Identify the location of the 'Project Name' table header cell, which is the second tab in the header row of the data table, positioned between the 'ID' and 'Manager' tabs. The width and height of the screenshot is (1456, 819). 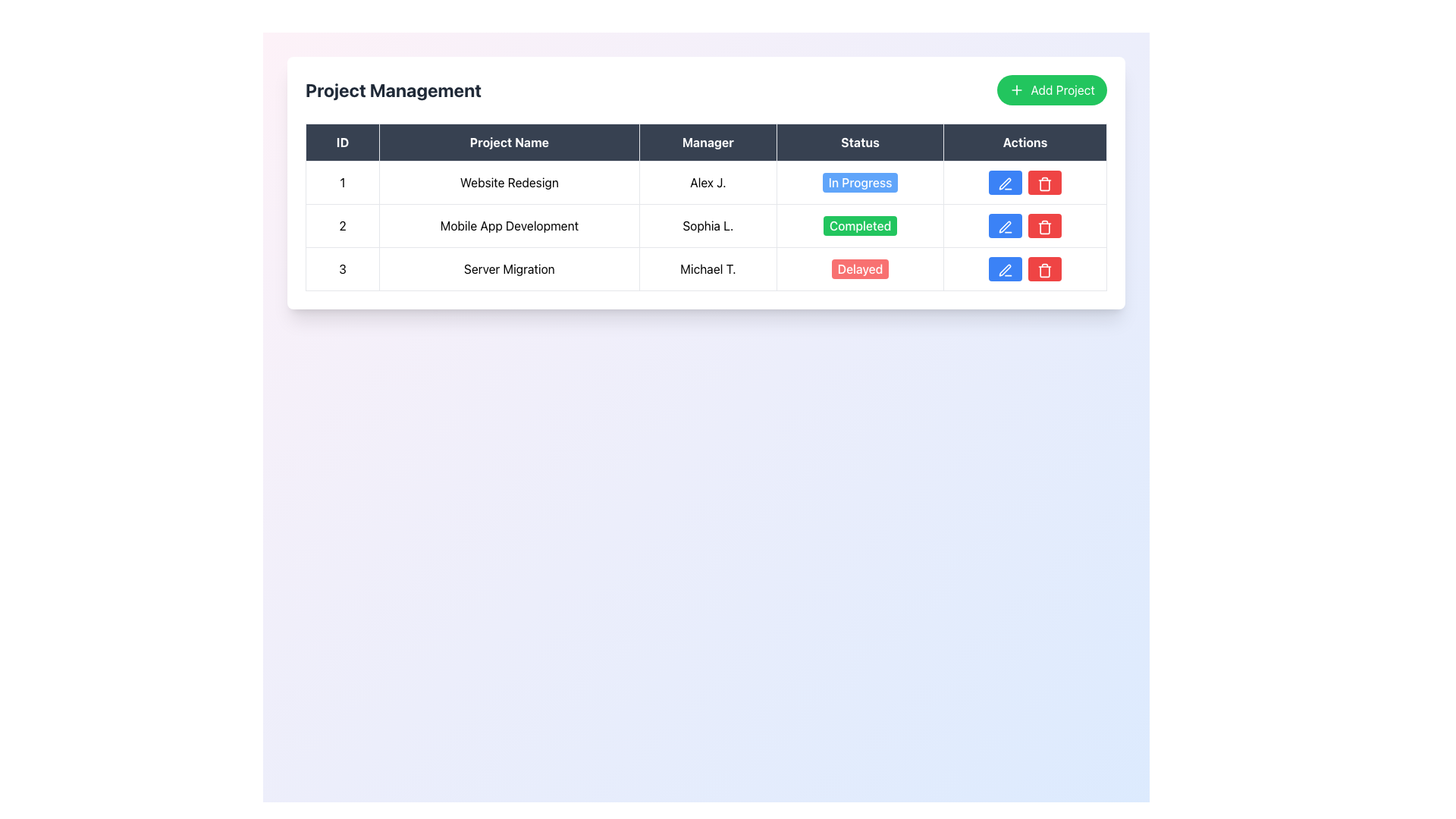
(509, 143).